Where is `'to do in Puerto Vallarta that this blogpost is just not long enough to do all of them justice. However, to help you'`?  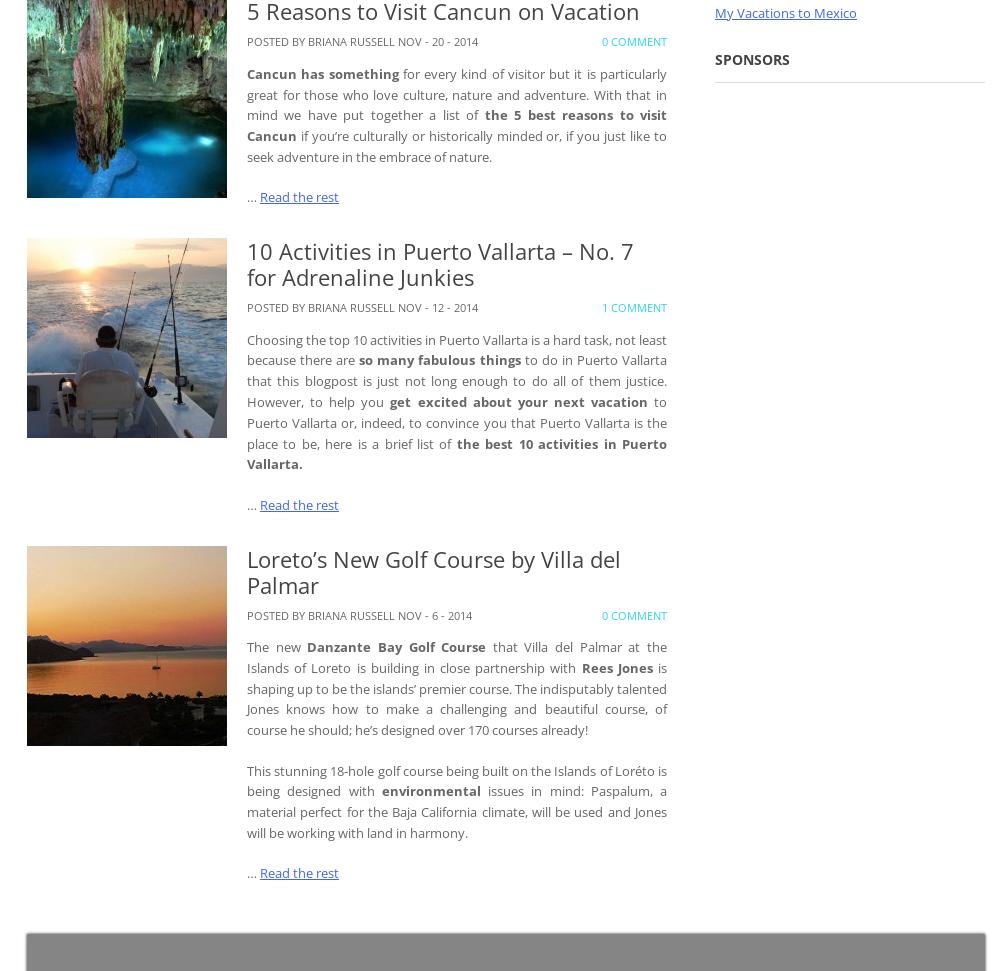
'to do in Puerto Vallarta that this blogpost is just not long enough to do all of them justice. However, to help you' is located at coordinates (456, 380).